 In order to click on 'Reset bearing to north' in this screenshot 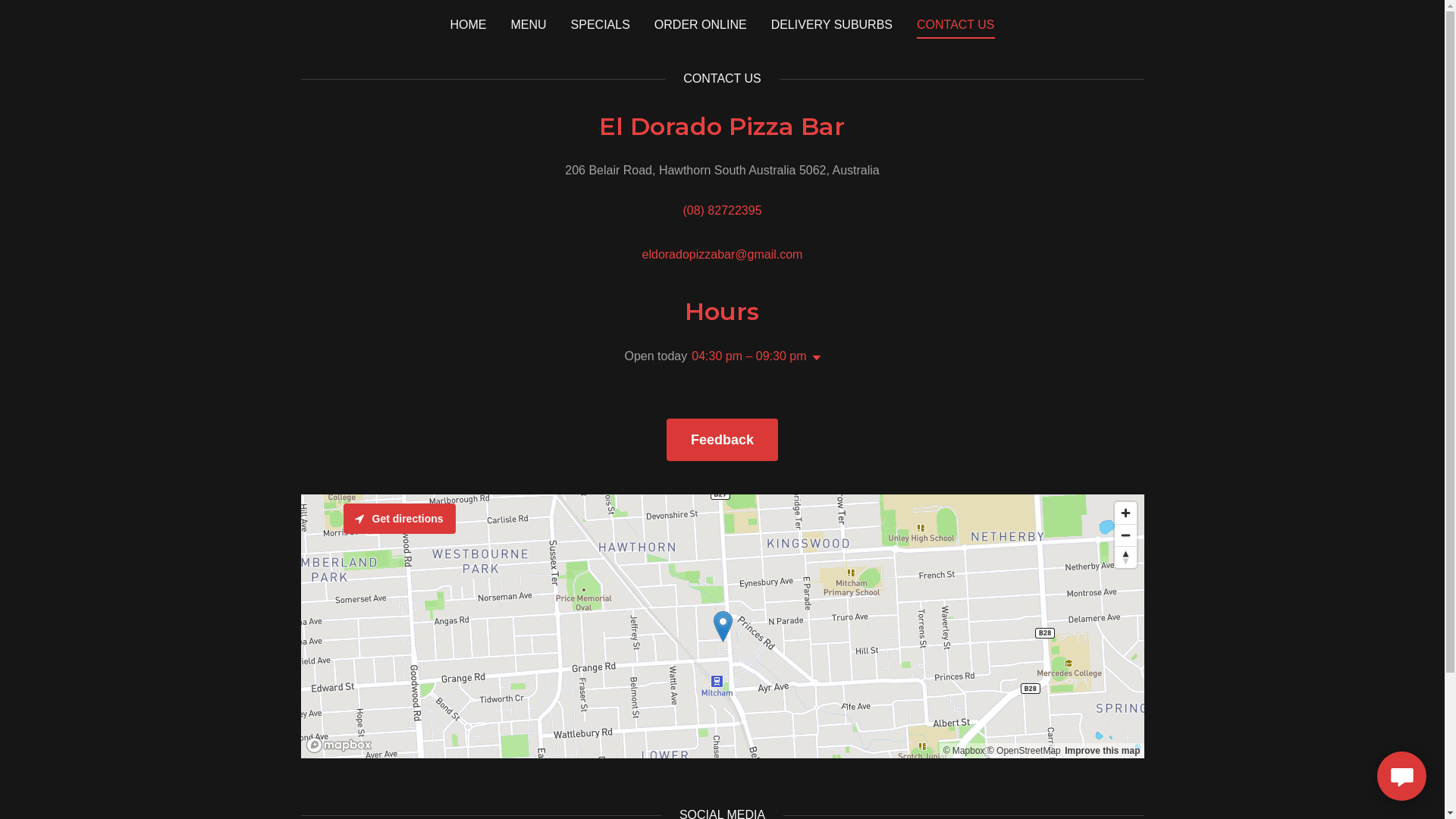, I will do `click(1125, 557)`.